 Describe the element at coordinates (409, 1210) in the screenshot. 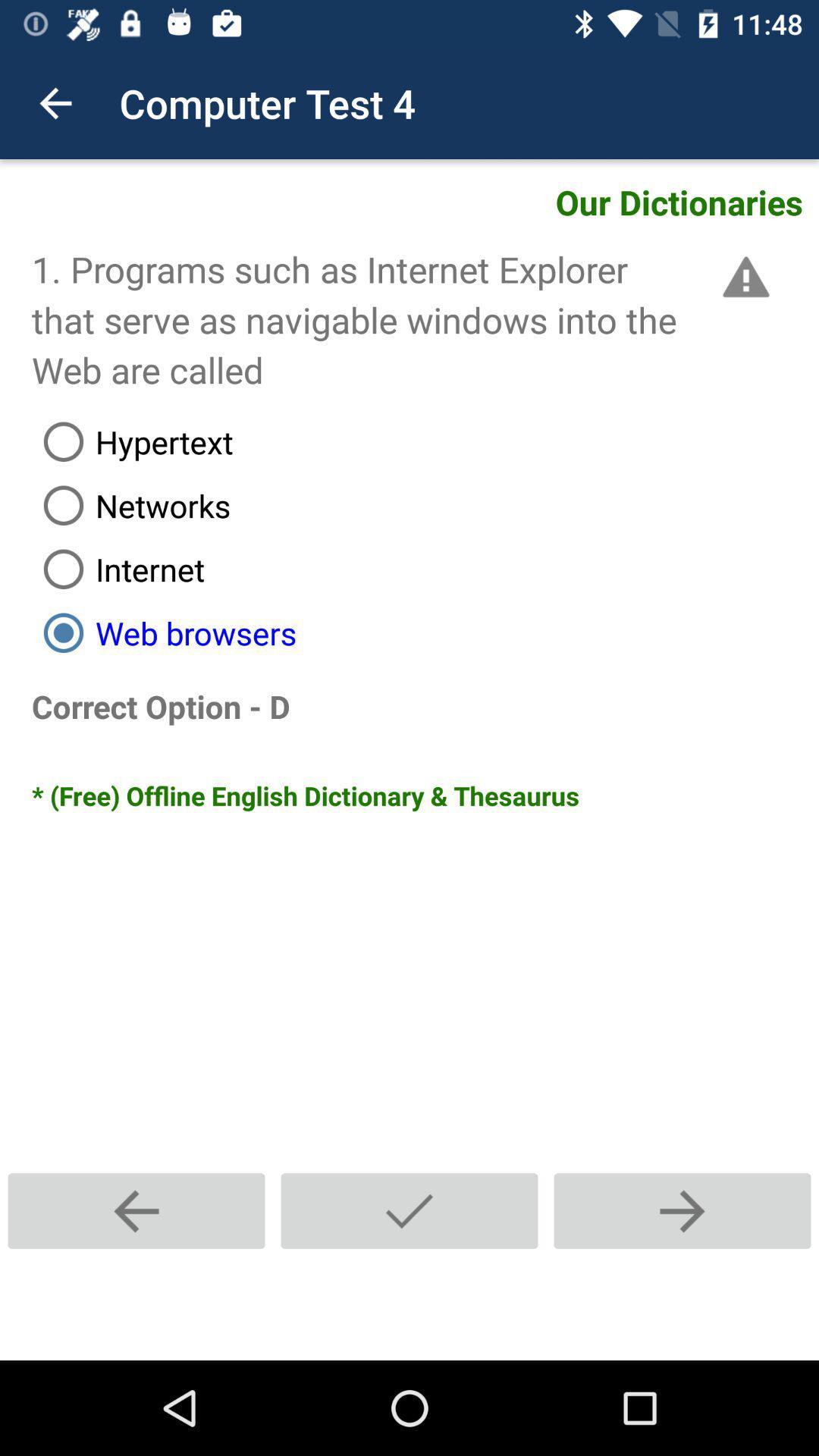

I see `the item below the free offline english item` at that location.